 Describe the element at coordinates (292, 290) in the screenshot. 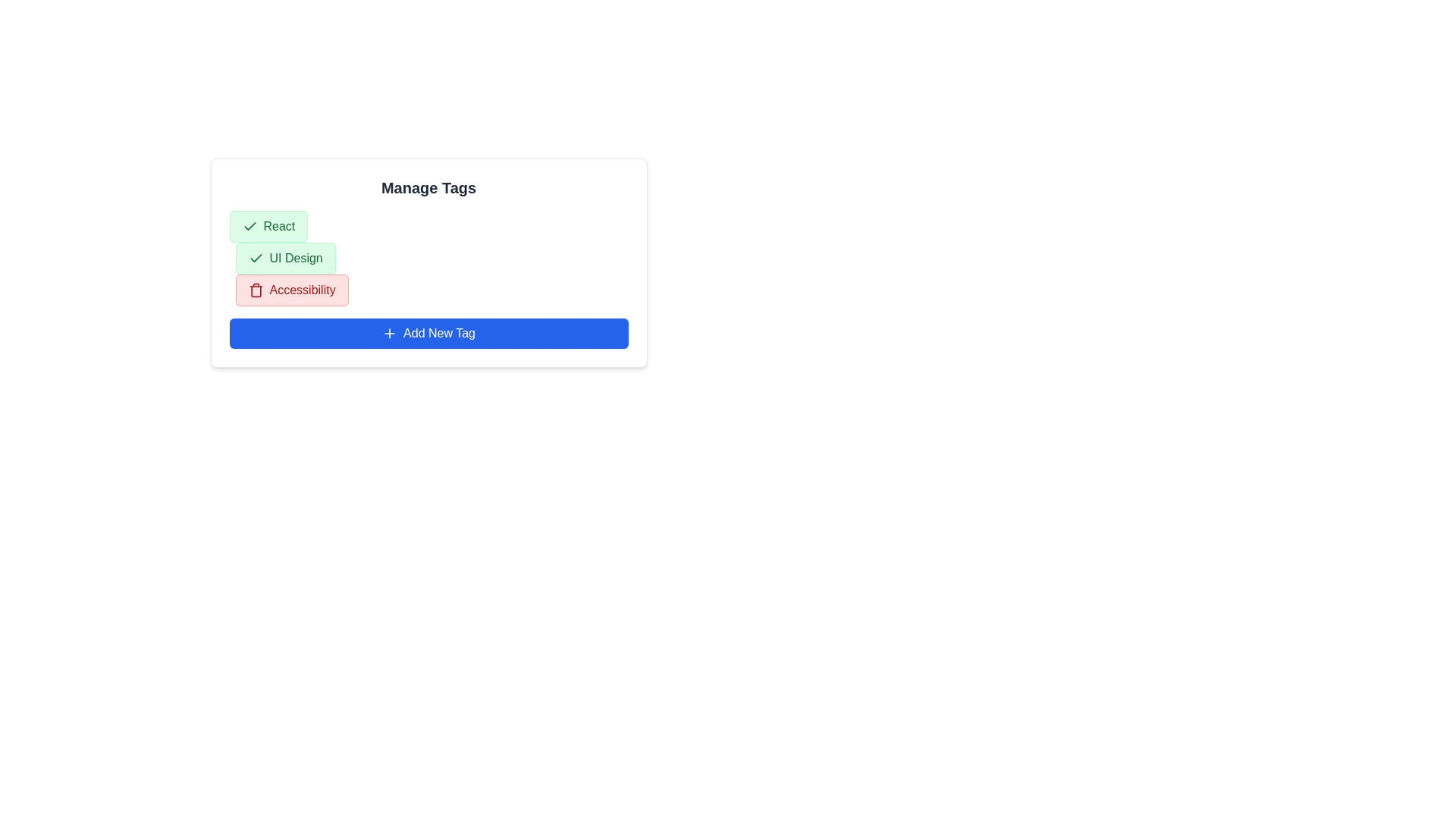

I see `the 'Accessibility' button, which features red text and a trash can icon, for more options` at that location.